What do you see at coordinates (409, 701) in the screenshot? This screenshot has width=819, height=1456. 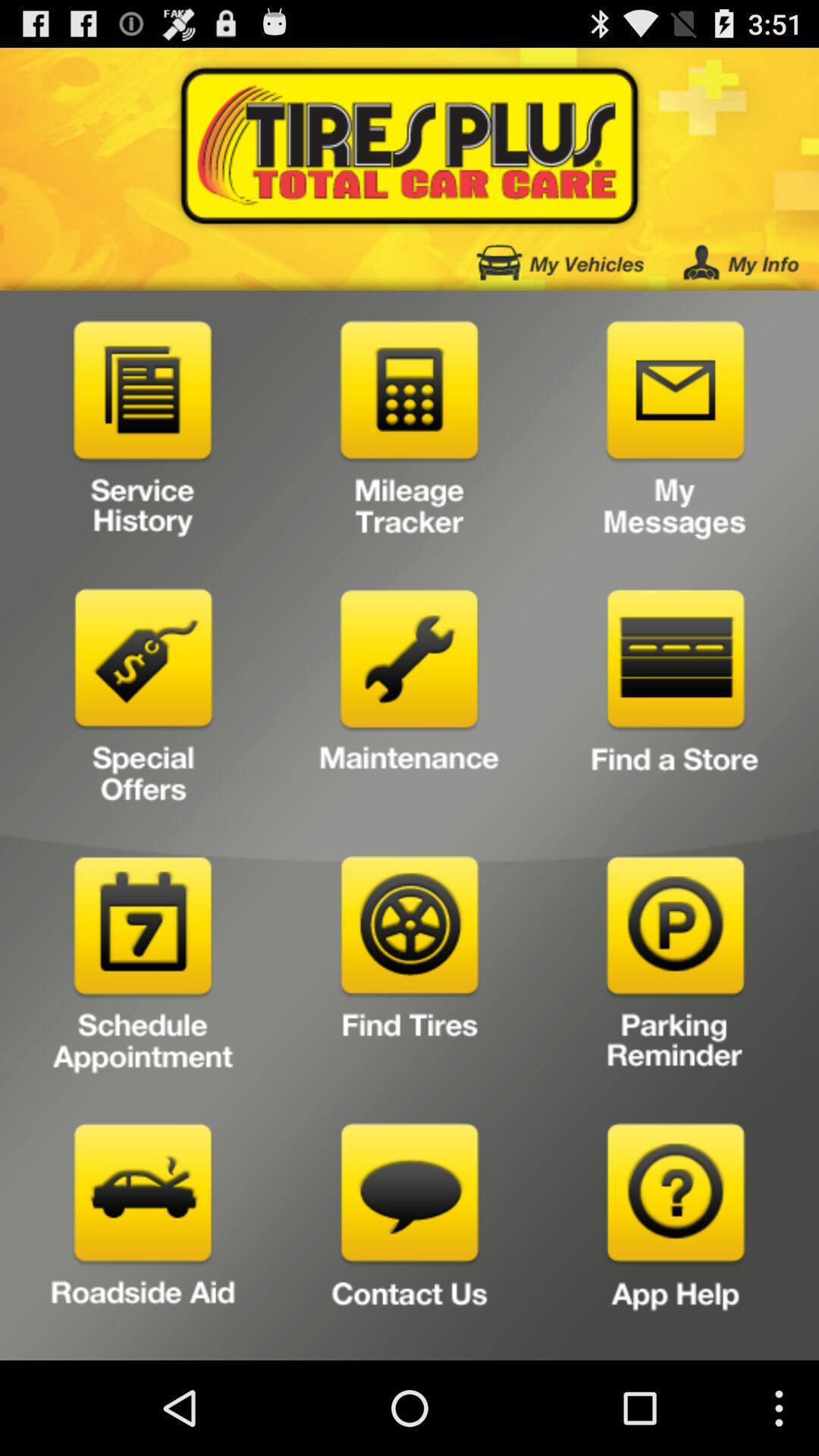 I see `to see a vehicle maintenance` at bounding box center [409, 701].